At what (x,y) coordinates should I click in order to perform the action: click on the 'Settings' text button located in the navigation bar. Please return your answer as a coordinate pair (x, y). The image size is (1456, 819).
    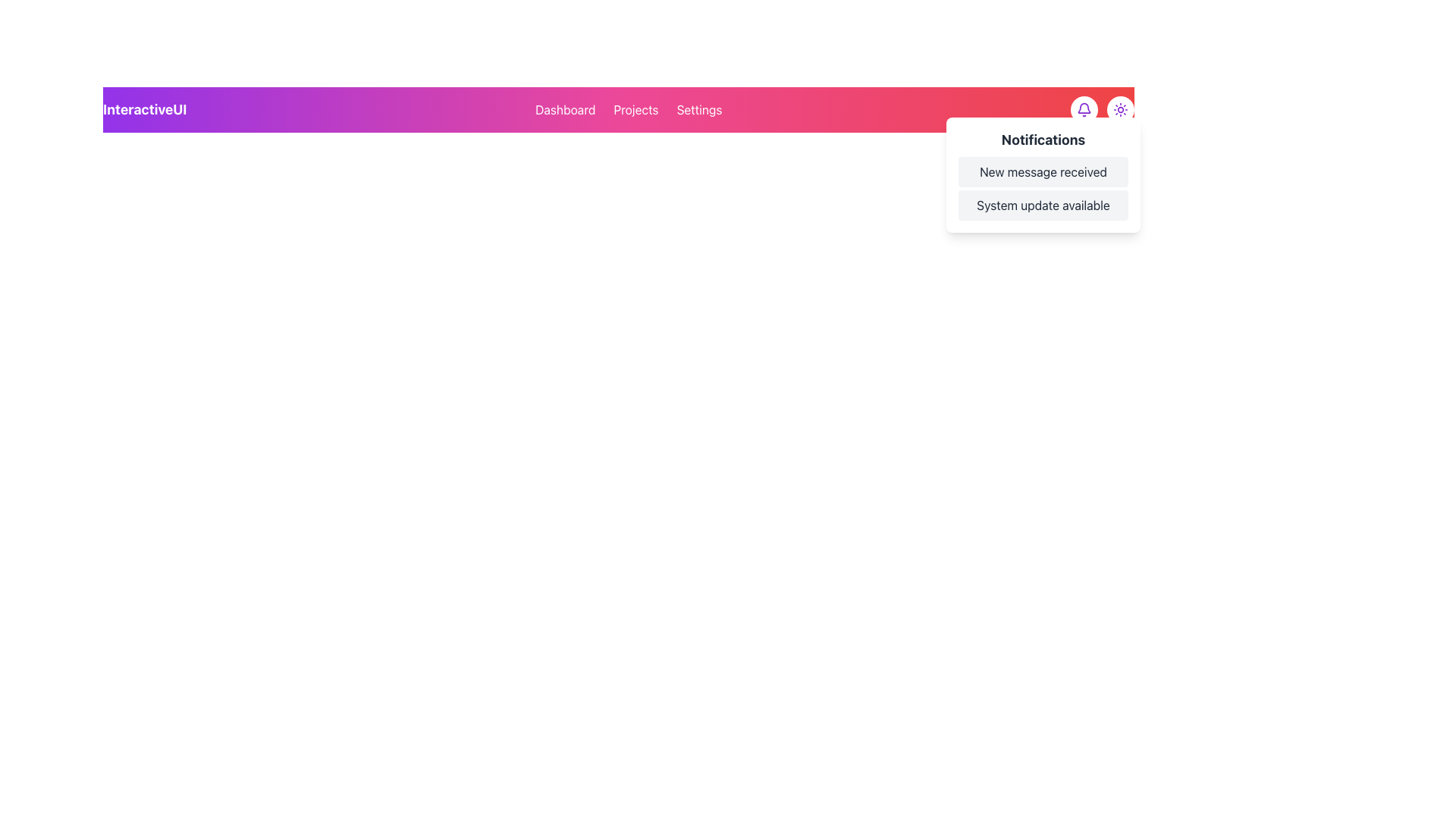
    Looking at the image, I should click on (698, 109).